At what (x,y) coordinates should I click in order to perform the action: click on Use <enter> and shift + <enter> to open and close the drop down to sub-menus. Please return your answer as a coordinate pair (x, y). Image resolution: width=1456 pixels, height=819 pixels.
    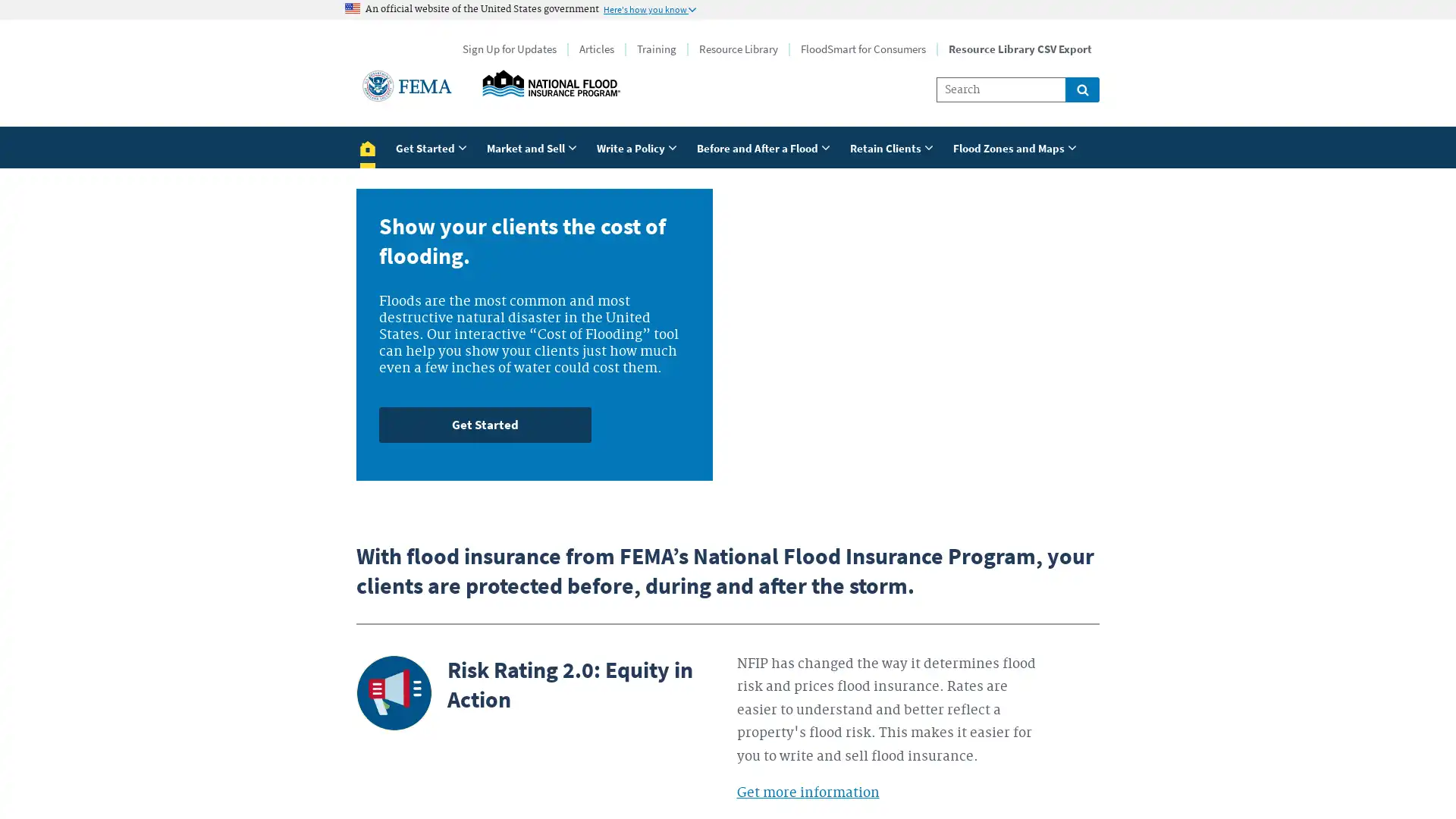
    Looking at the image, I should click on (765, 146).